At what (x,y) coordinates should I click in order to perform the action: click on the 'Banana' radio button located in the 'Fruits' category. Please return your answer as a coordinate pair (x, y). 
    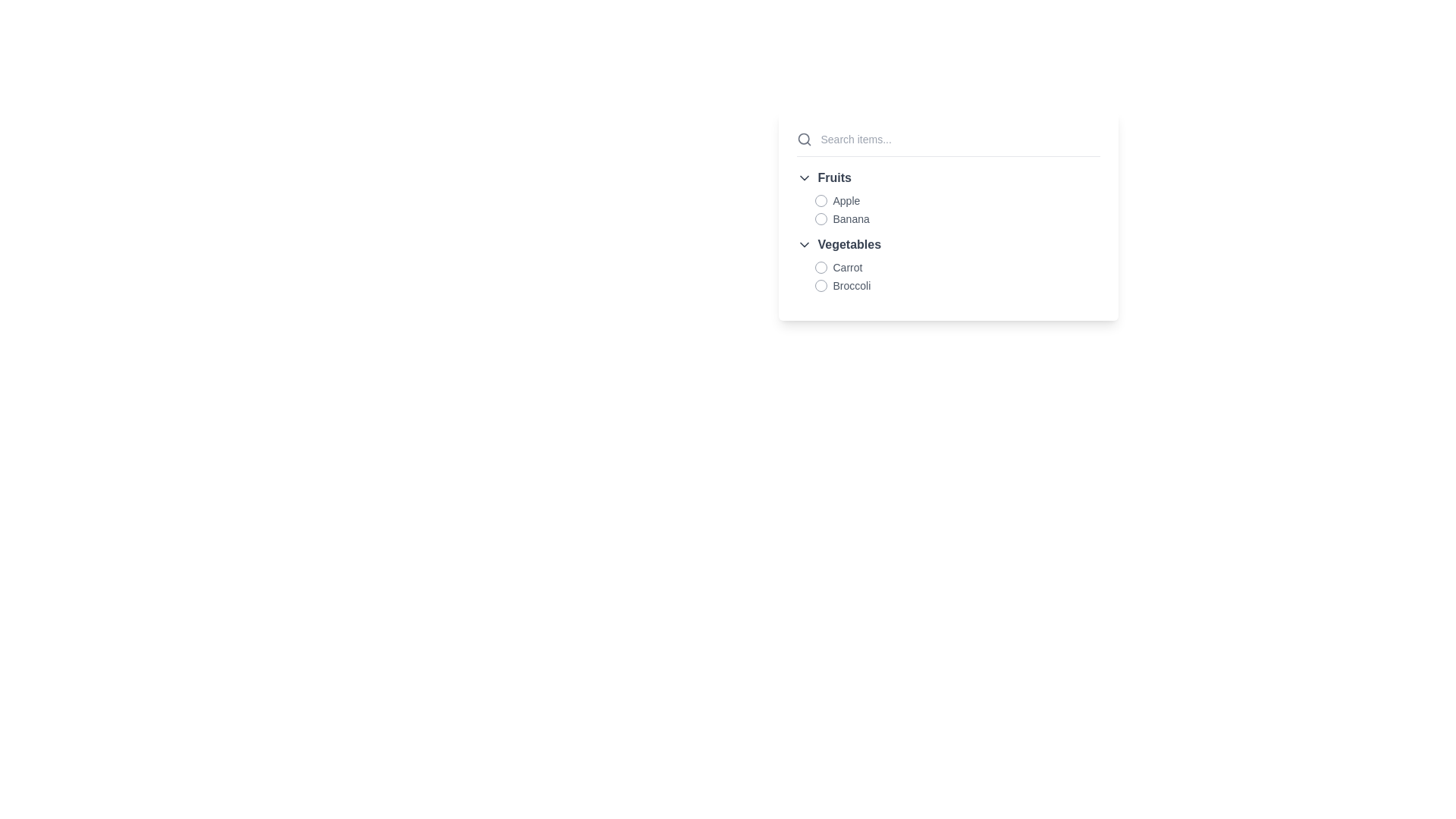
    Looking at the image, I should click on (956, 219).